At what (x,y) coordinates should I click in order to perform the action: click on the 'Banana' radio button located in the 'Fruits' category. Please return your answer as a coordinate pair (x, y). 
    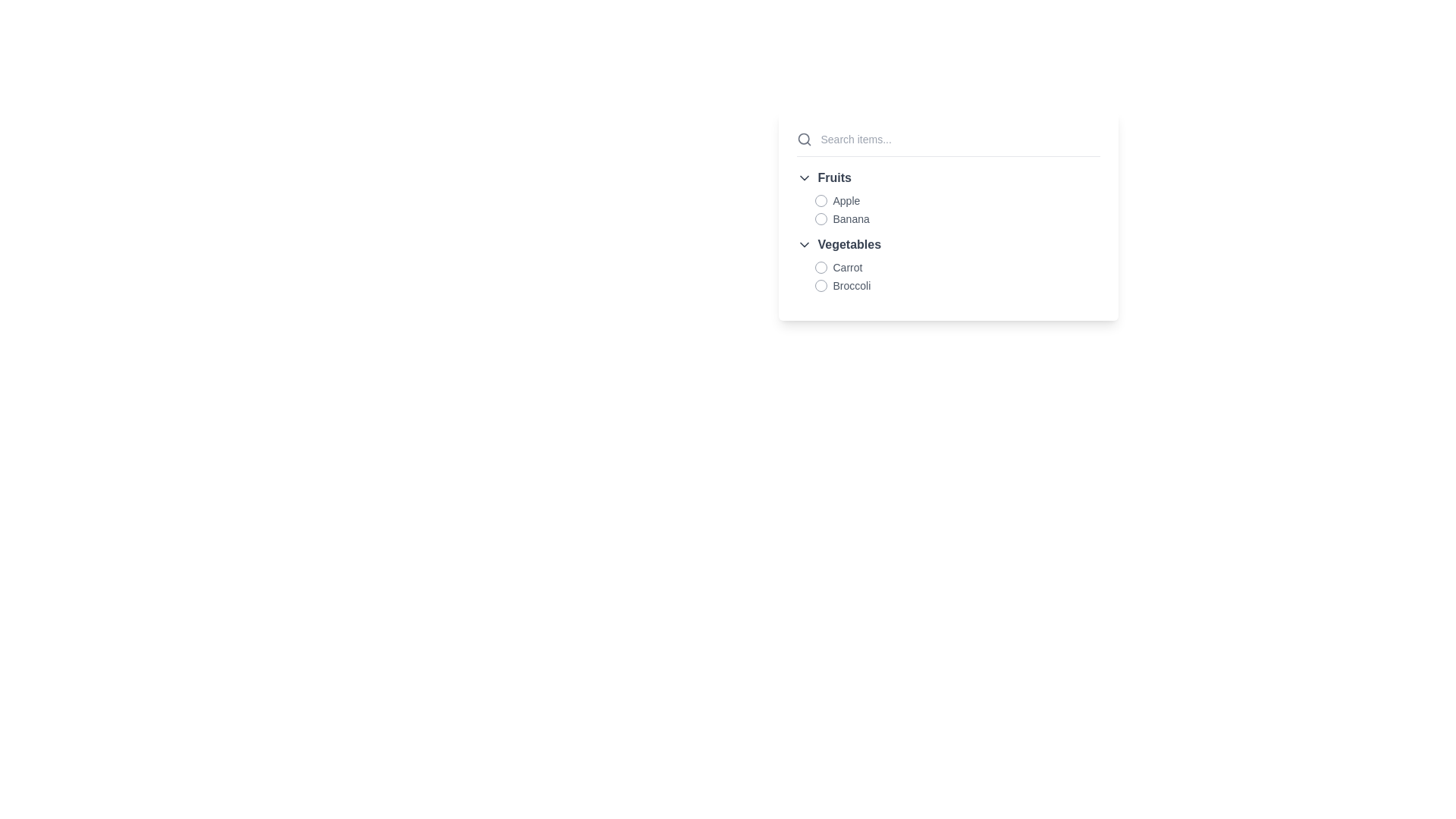
    Looking at the image, I should click on (956, 219).